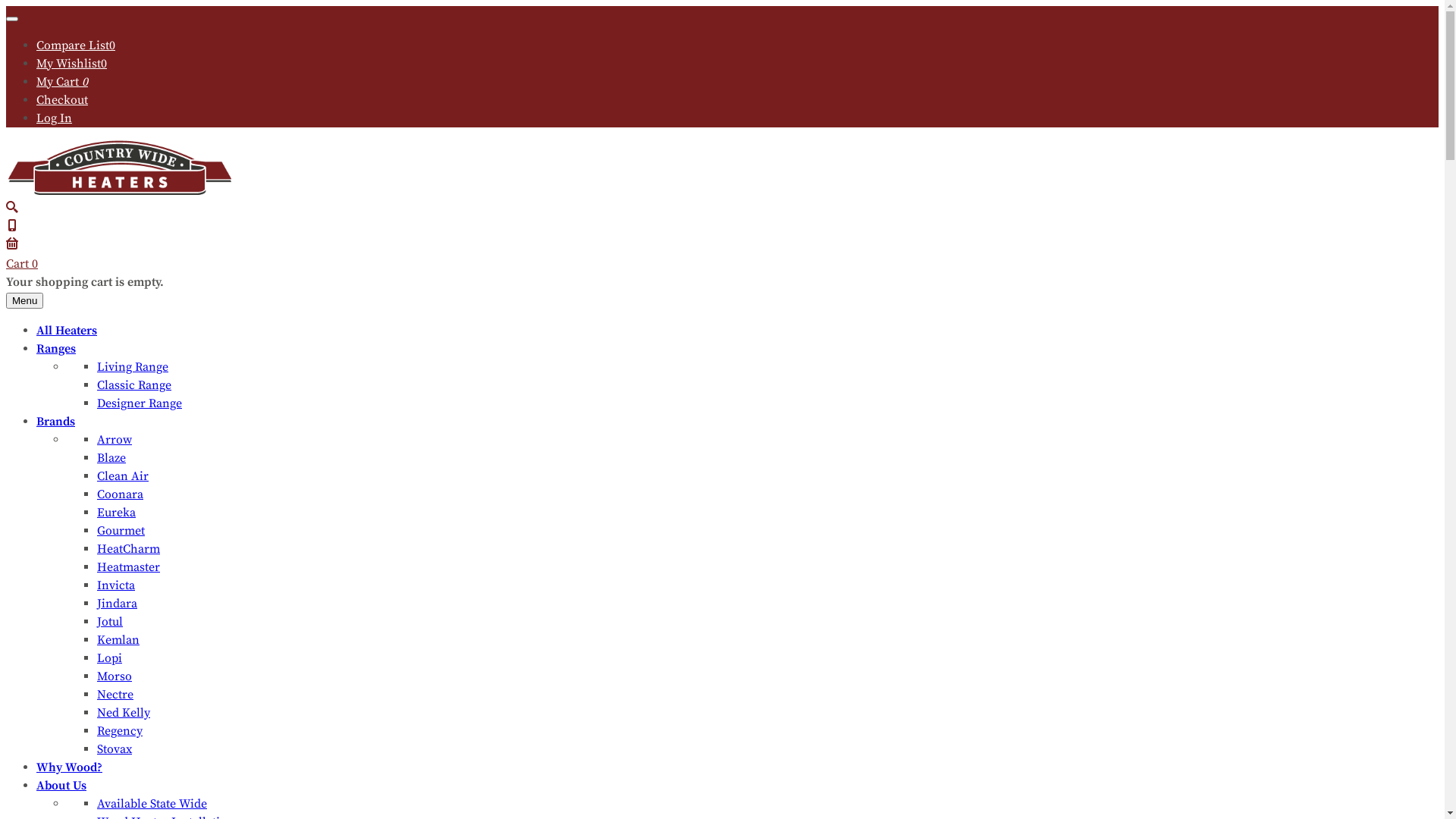 This screenshot has width=1456, height=819. Describe the element at coordinates (111, 457) in the screenshot. I see `'Blaze'` at that location.